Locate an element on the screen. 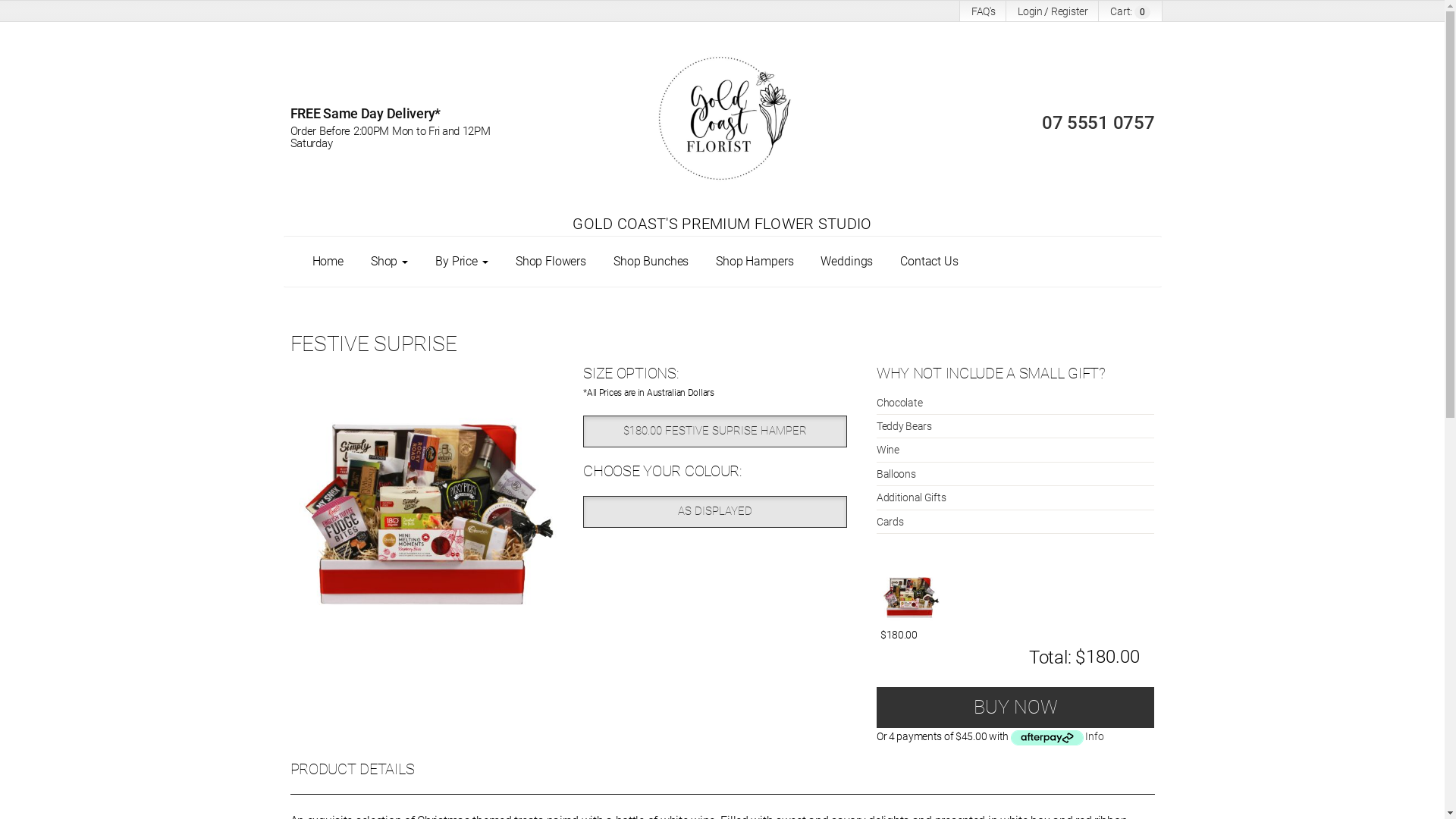  'Home' is located at coordinates (298, 260).